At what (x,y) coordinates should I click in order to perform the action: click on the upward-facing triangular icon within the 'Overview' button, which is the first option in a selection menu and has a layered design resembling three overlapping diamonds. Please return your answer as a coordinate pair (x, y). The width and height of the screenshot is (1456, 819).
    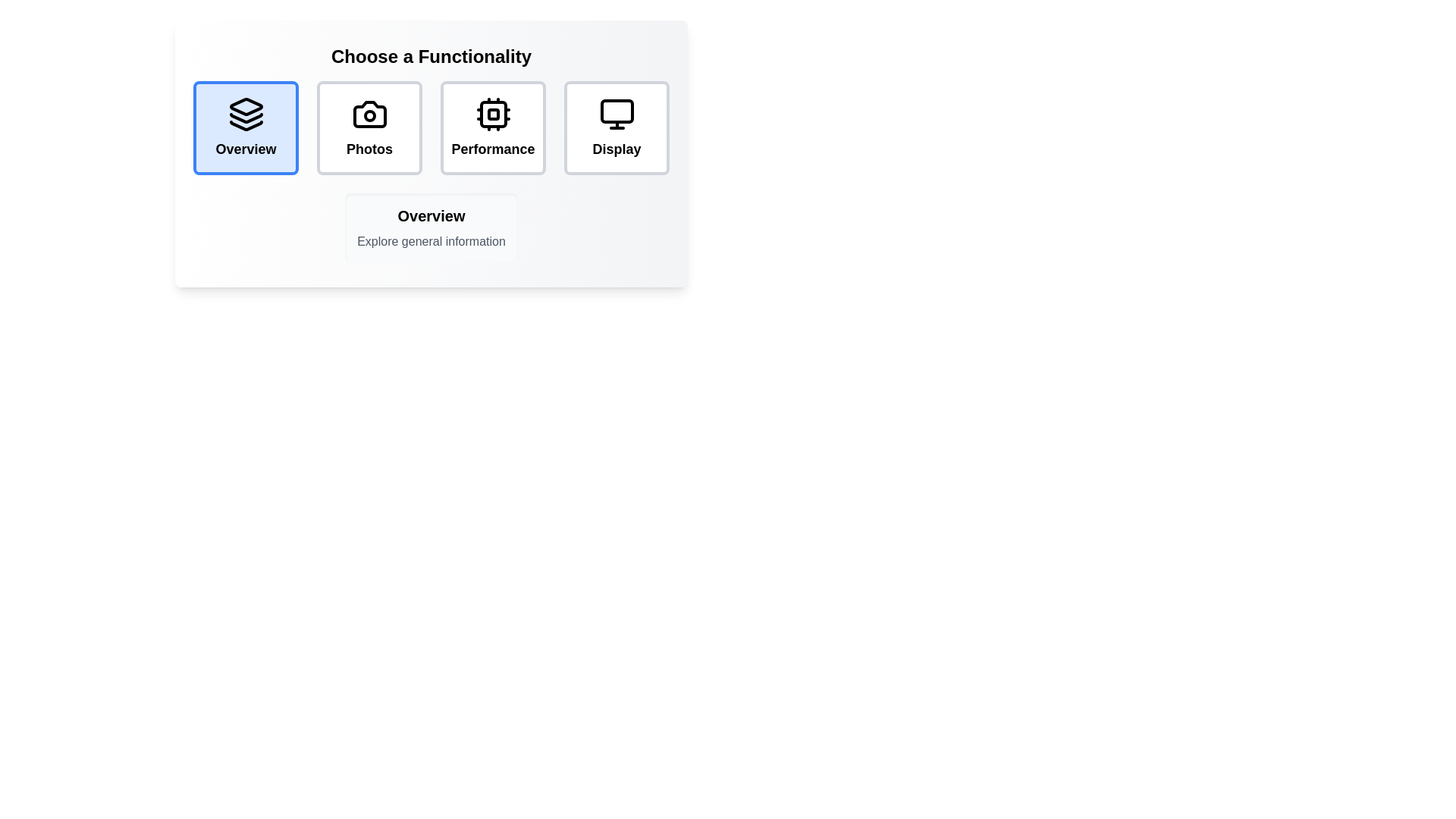
    Looking at the image, I should click on (246, 106).